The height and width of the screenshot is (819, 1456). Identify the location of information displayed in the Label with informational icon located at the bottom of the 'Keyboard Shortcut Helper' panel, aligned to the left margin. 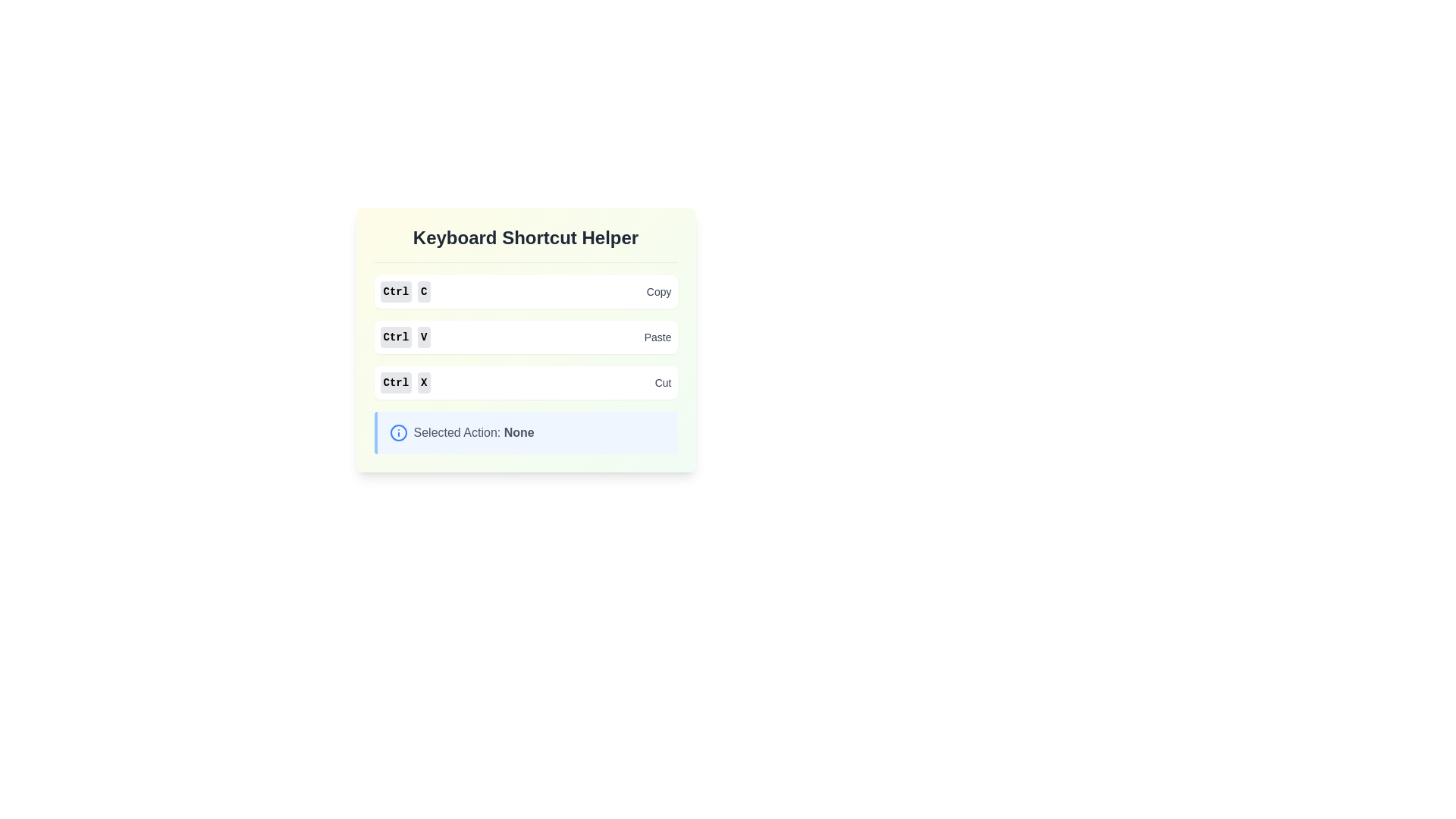
(527, 432).